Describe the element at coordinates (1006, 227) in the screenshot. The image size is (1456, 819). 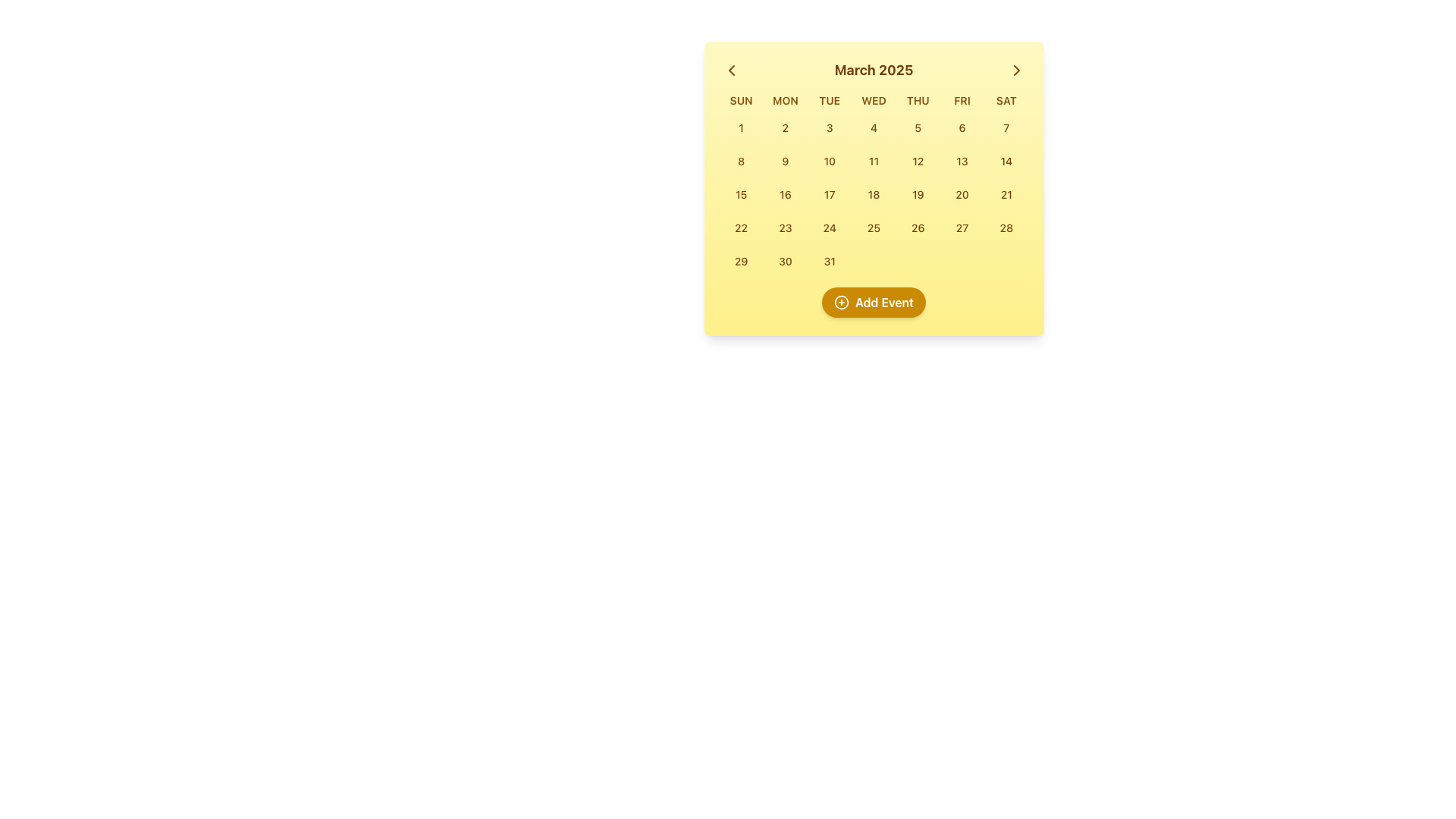
I see `the text label representing '28th of March 2025' in the calendar view to identify the date for scheduling or viewing events` at that location.